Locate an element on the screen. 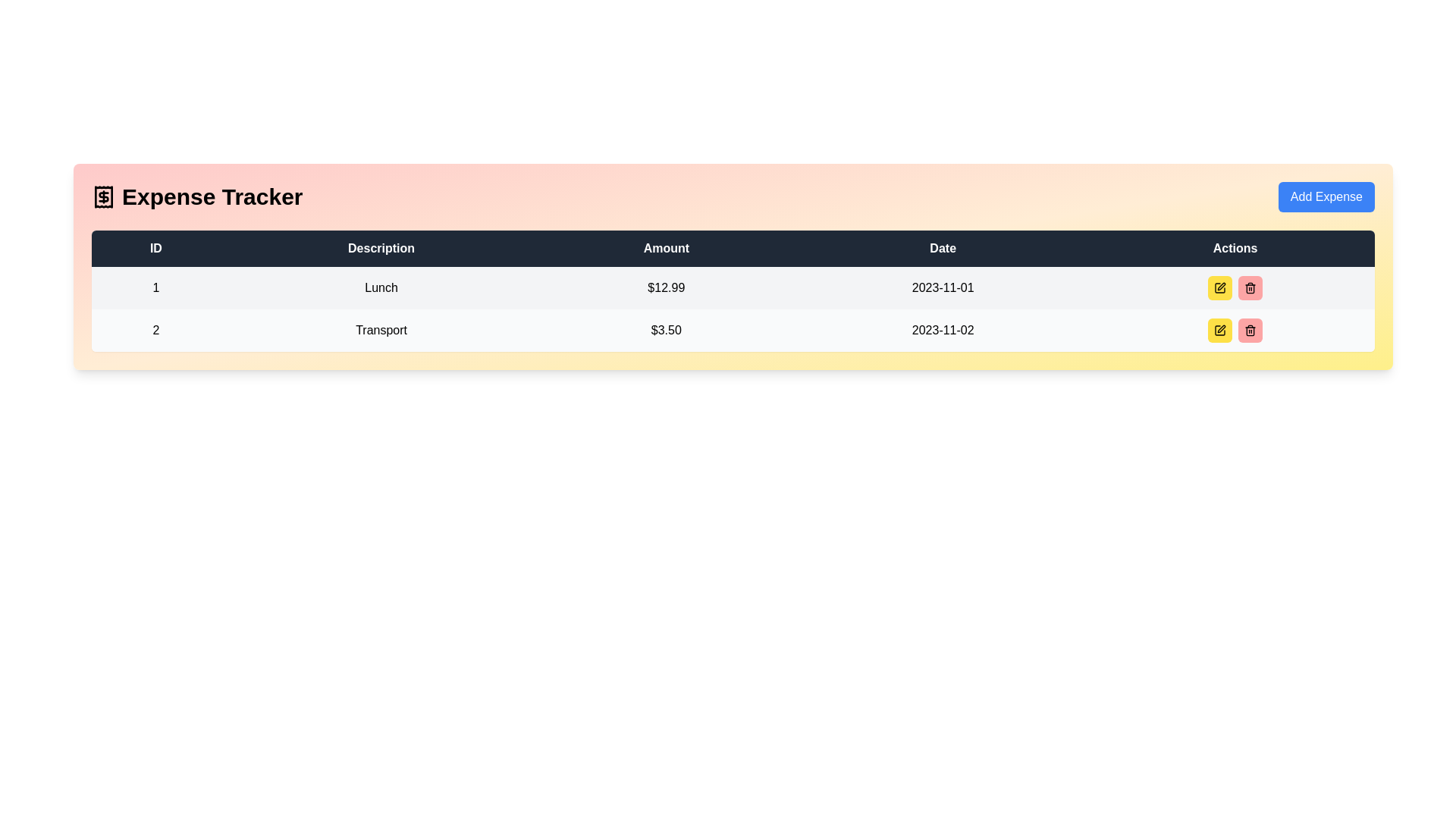 This screenshot has width=1456, height=819. the small pen or pencil icon with a black outline situated within a yellow background in the 'Actions' column for the second expense entry labeled 'Transport' is located at coordinates (1222, 328).